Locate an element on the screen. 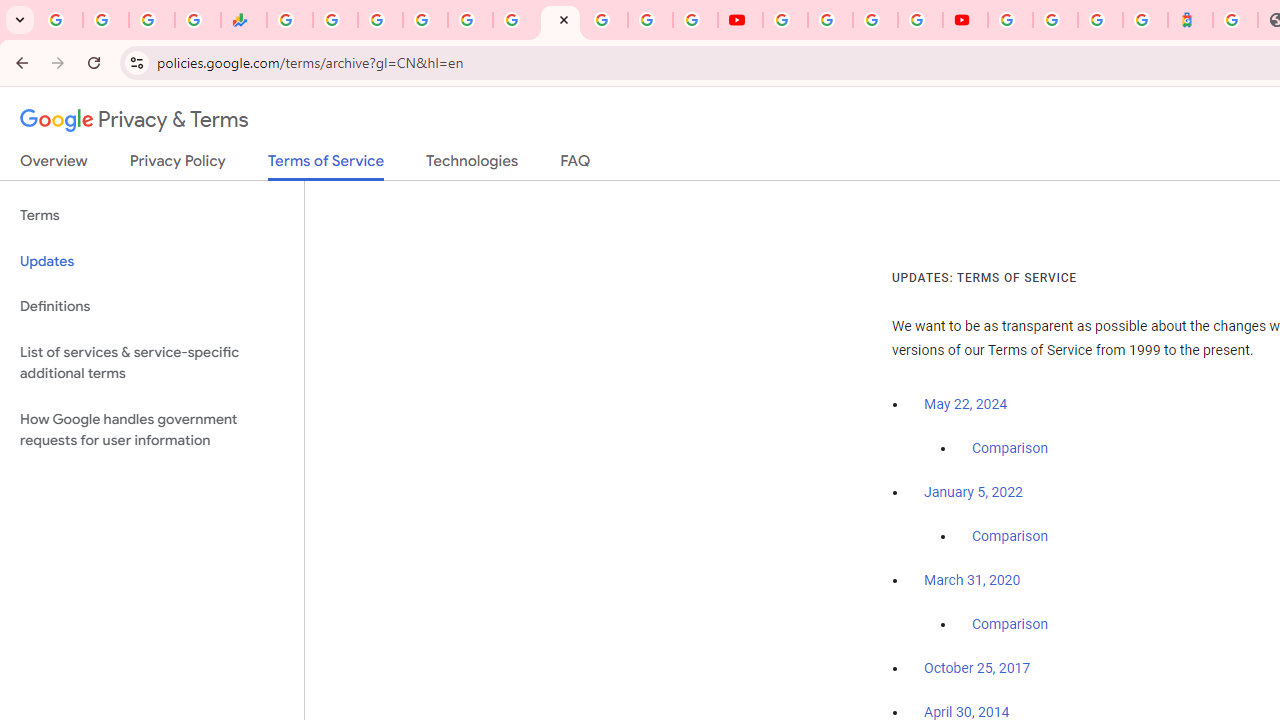  'March 31, 2020' is located at coordinates (972, 580).